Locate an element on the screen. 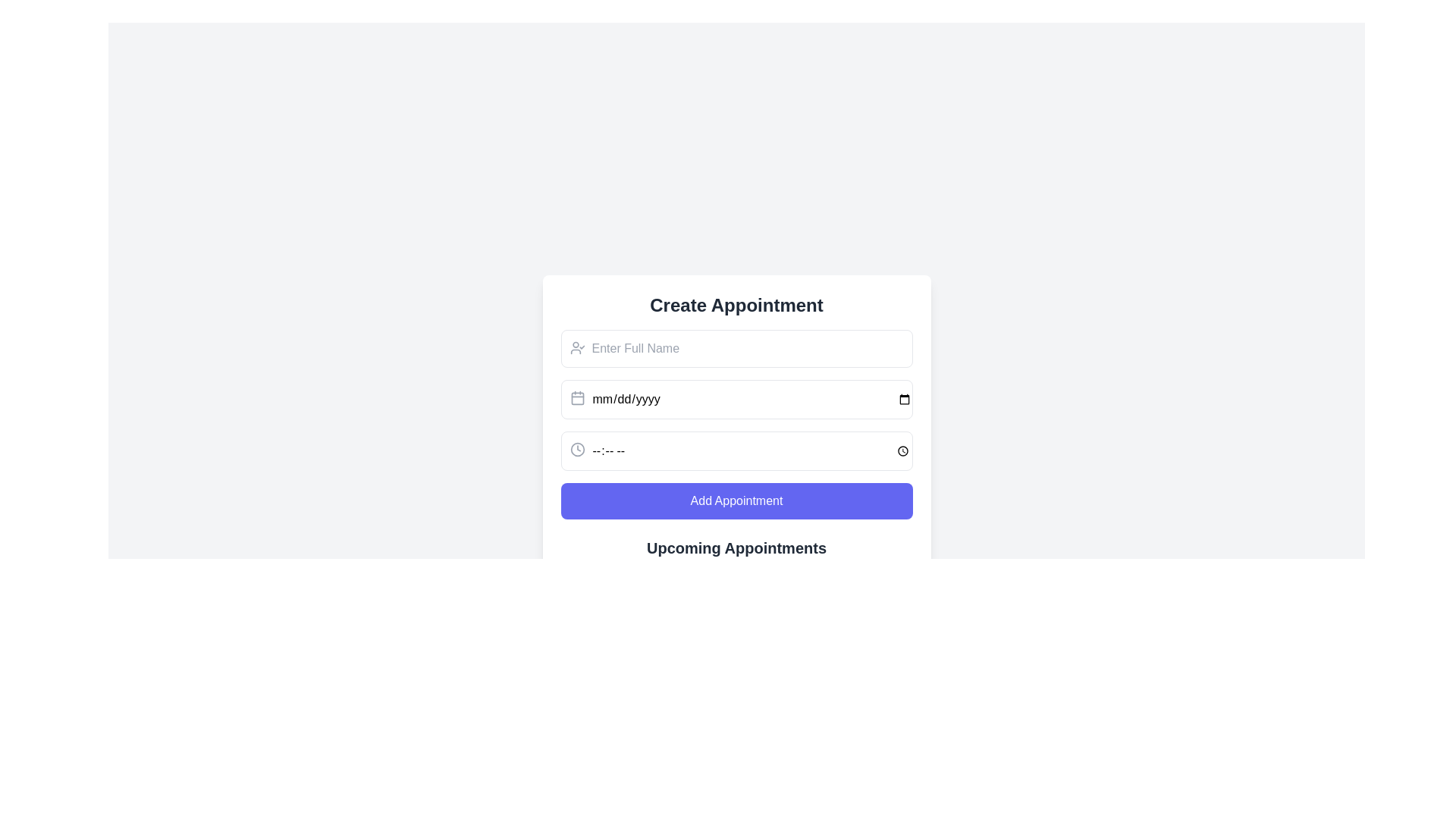 This screenshot has height=819, width=1456. the Icon element which is a rounded rectangle located inside the SVG calendar icon, positioned to the left of the date input field in the form is located at coordinates (576, 397).